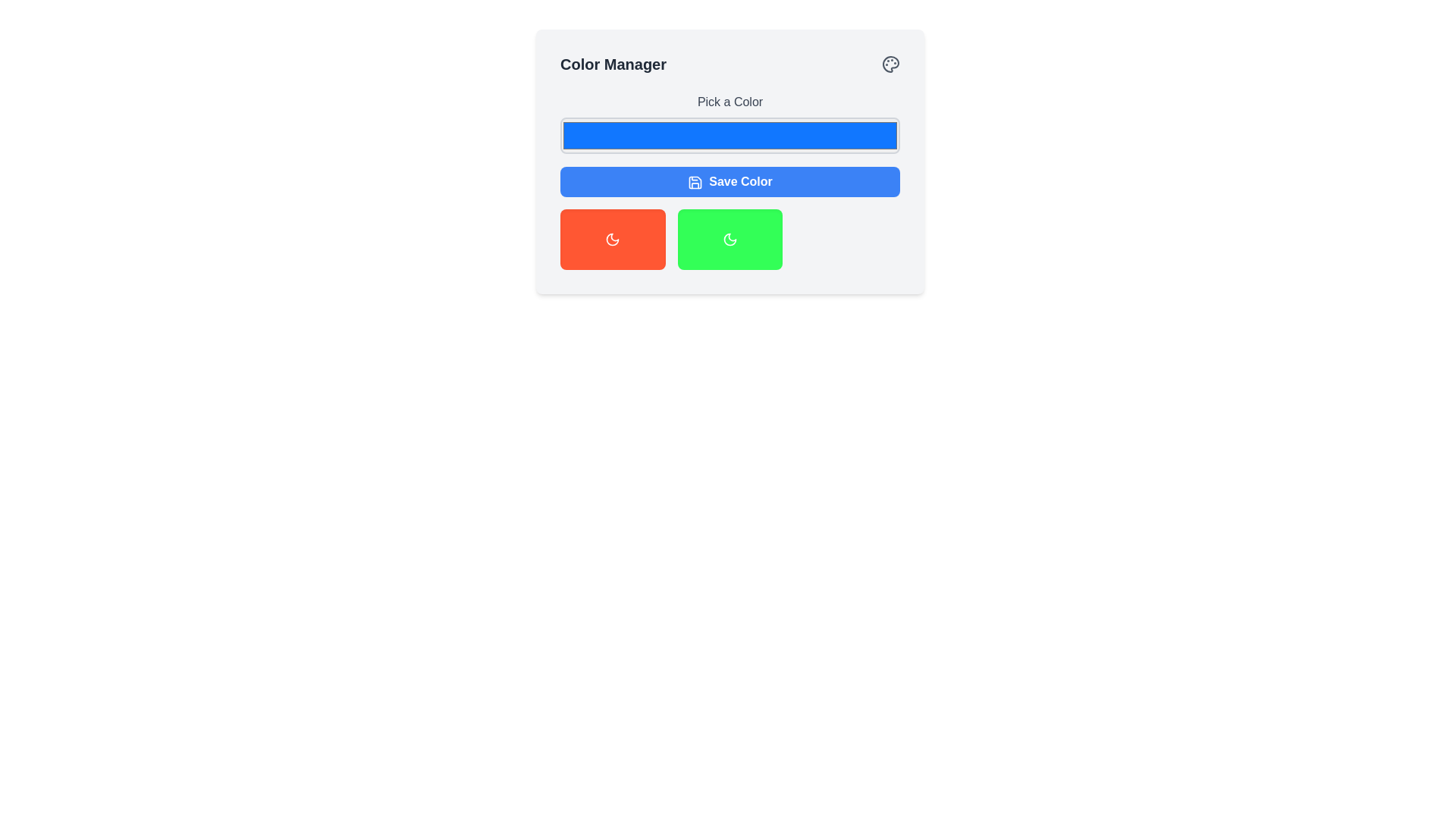  What do you see at coordinates (730, 123) in the screenshot?
I see `the Color Picker Input element labeled 'Pick a Color'` at bounding box center [730, 123].